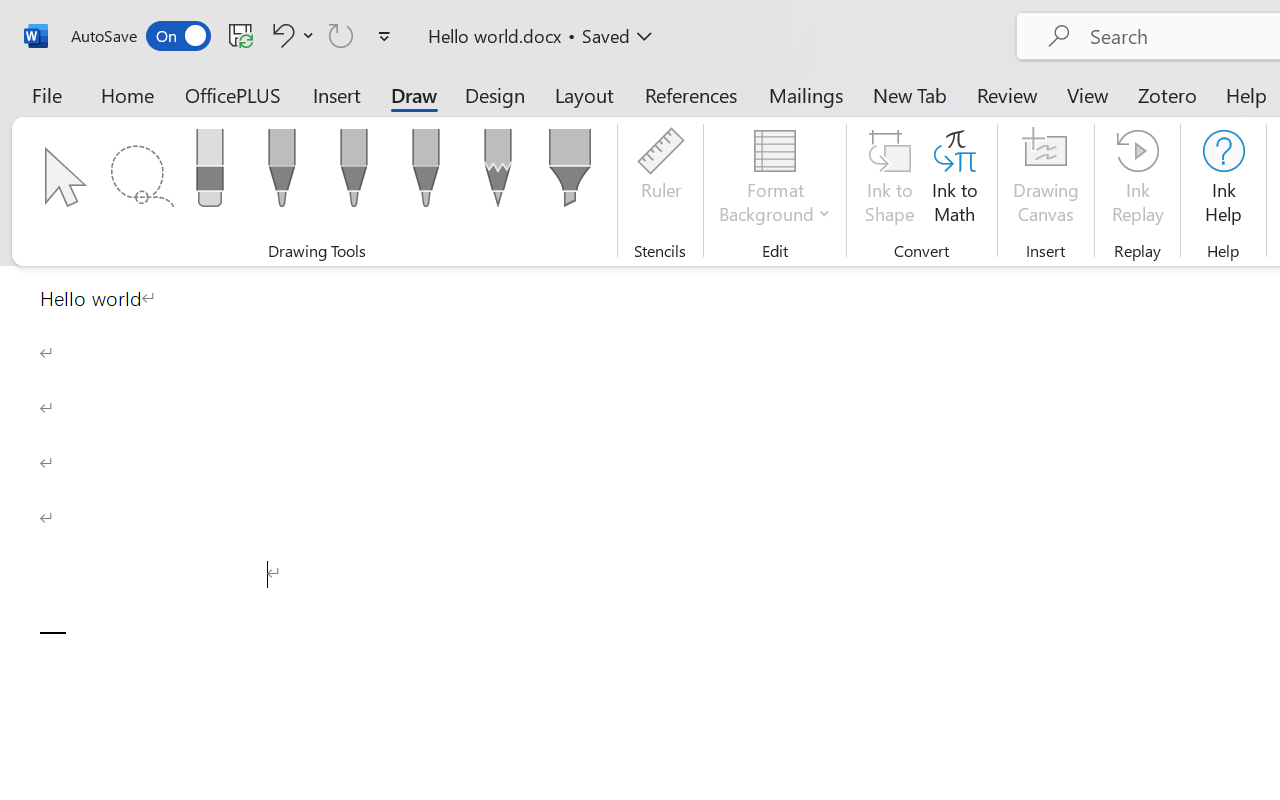  I want to click on 'Save', so click(240, 34).